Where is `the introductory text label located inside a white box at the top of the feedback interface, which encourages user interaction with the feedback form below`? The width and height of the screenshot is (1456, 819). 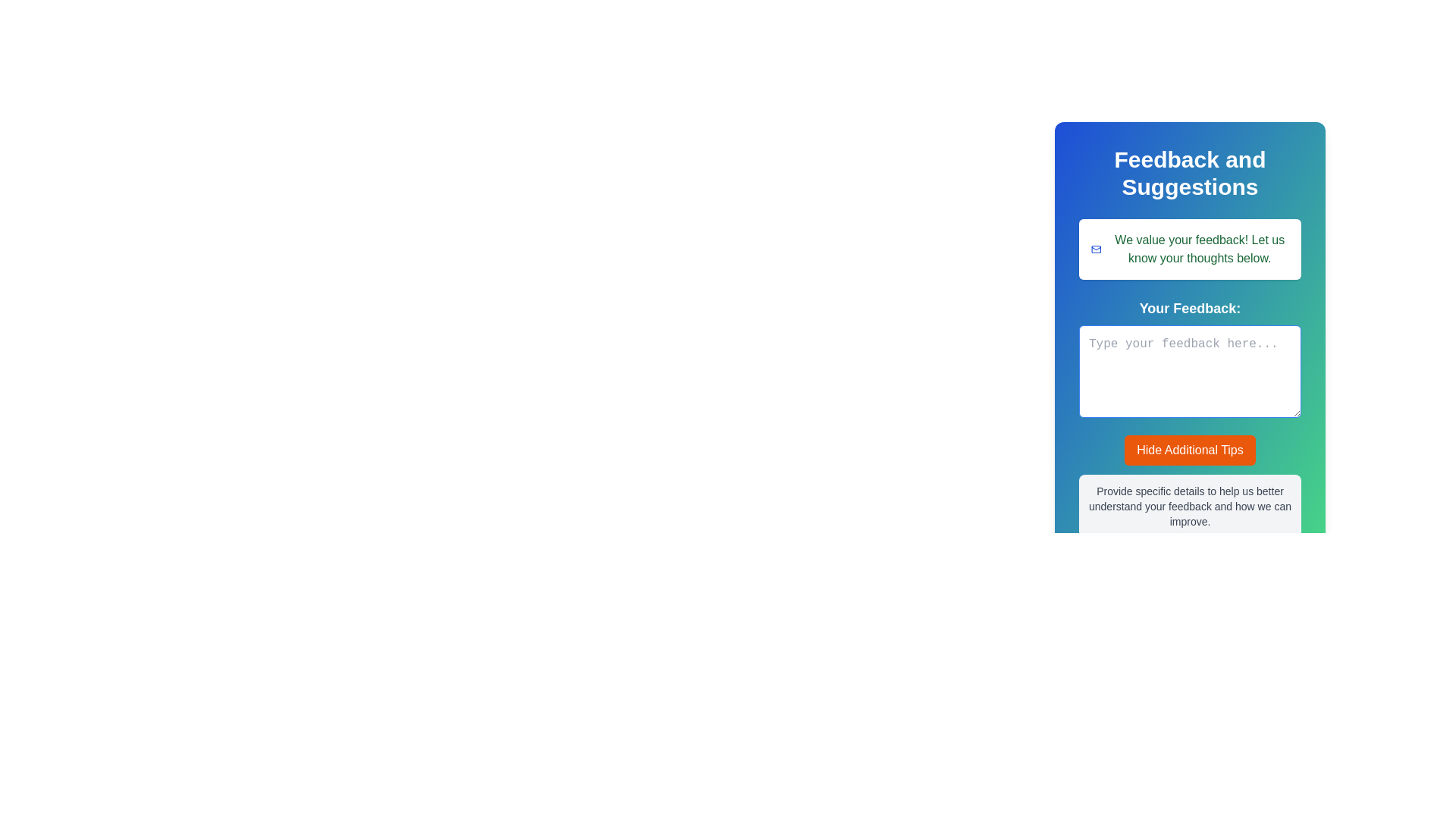
the introductory text label located inside a white box at the top of the feedback interface, which encourages user interaction with the feedback form below is located at coordinates (1199, 248).